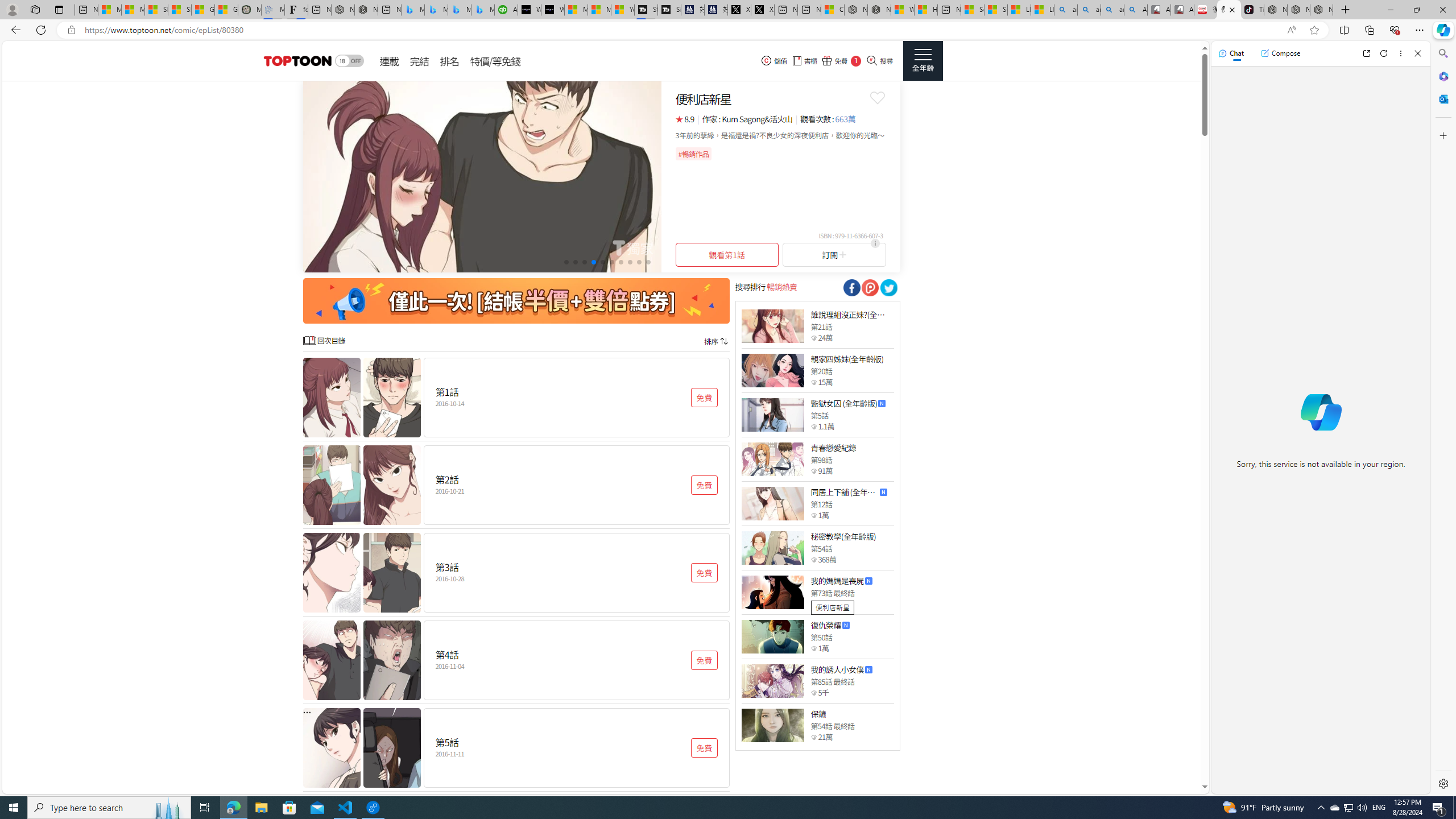 Image resolution: width=1456 pixels, height=819 pixels. I want to click on 'Go to slide 6', so click(611, 261).